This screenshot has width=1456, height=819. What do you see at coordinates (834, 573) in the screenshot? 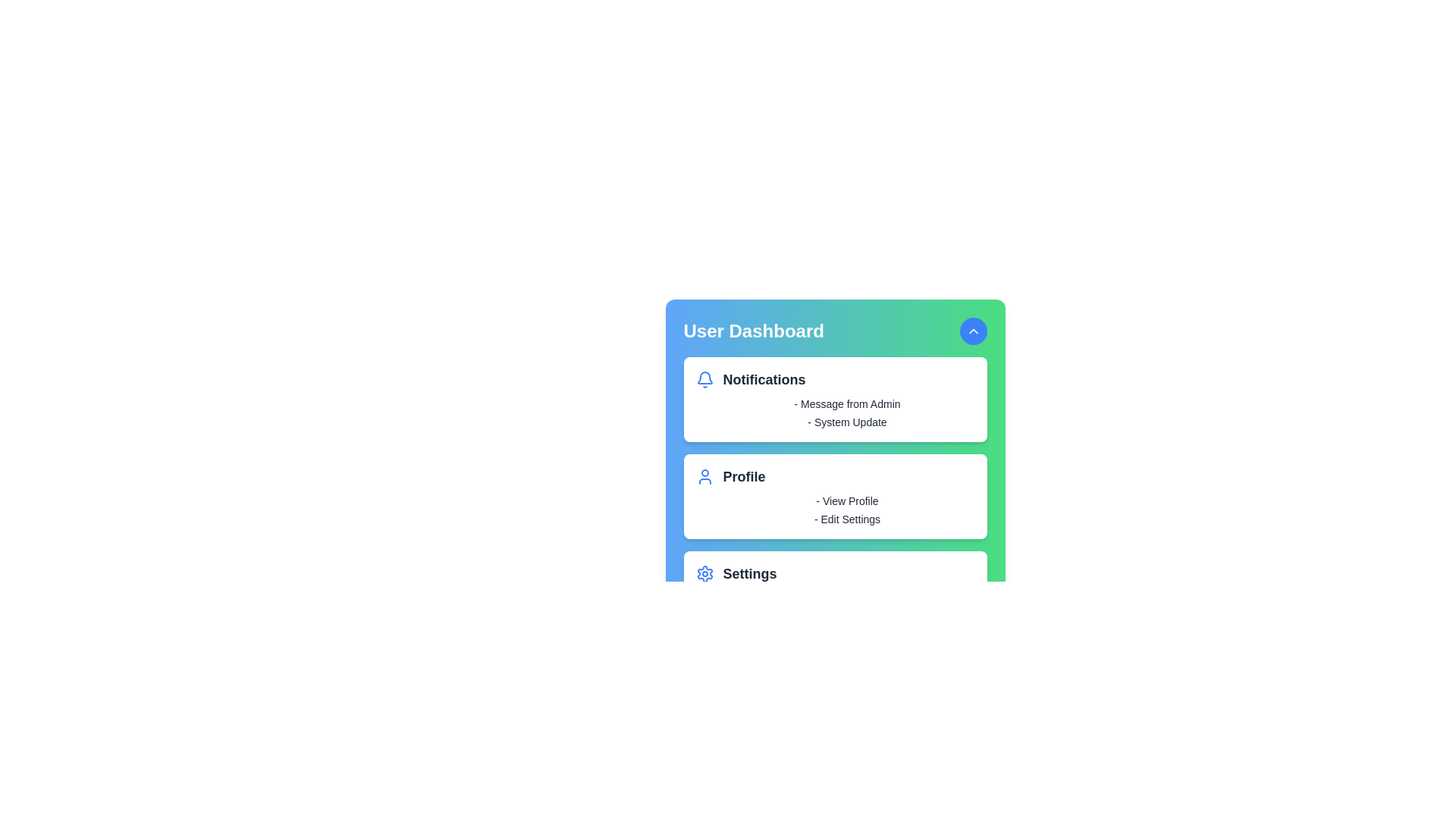
I see `the header of the section Settings to expand or collapse its details` at bounding box center [834, 573].